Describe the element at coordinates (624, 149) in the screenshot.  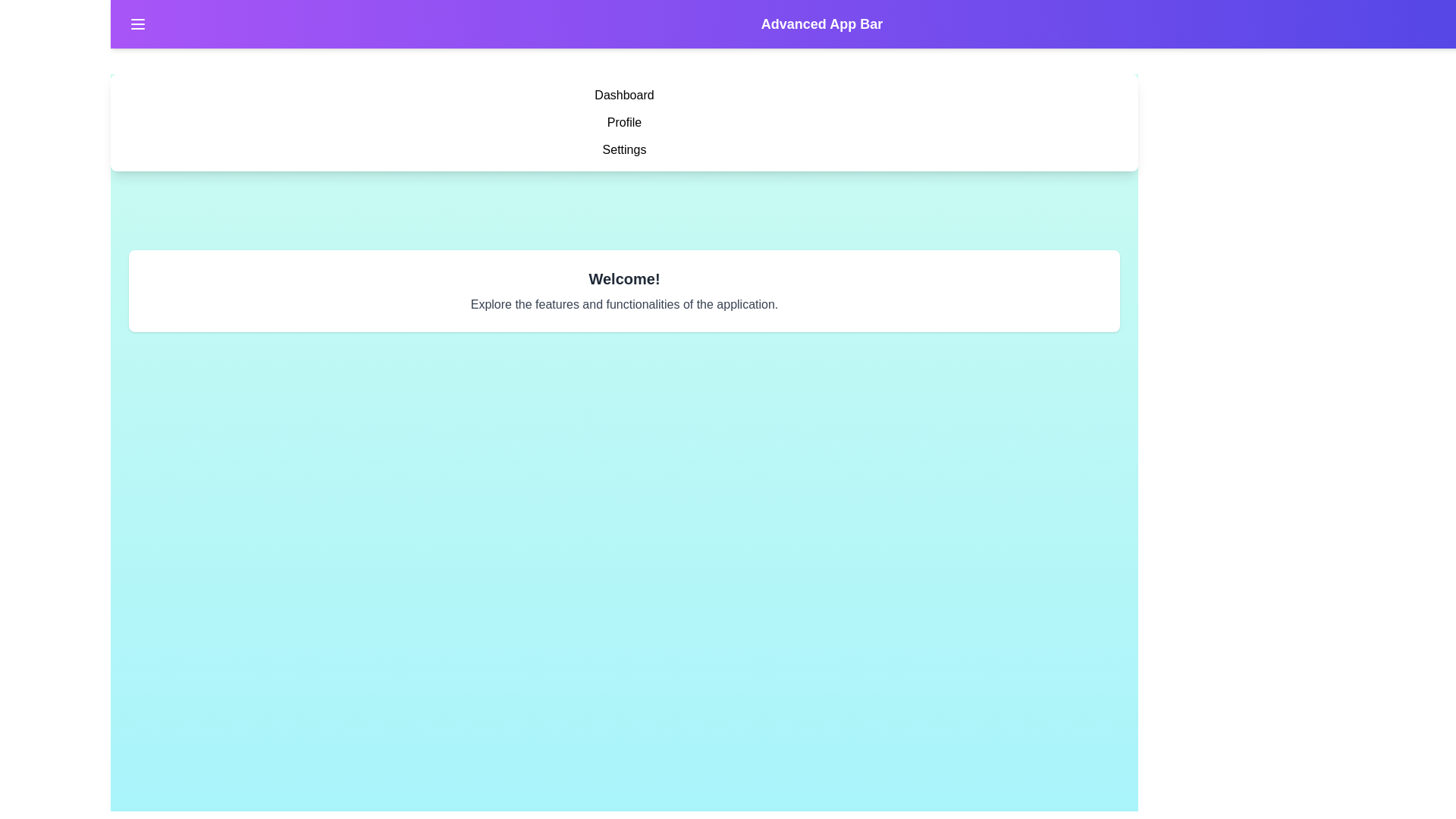
I see `the 'Settings' menu item in the sidebar` at that location.